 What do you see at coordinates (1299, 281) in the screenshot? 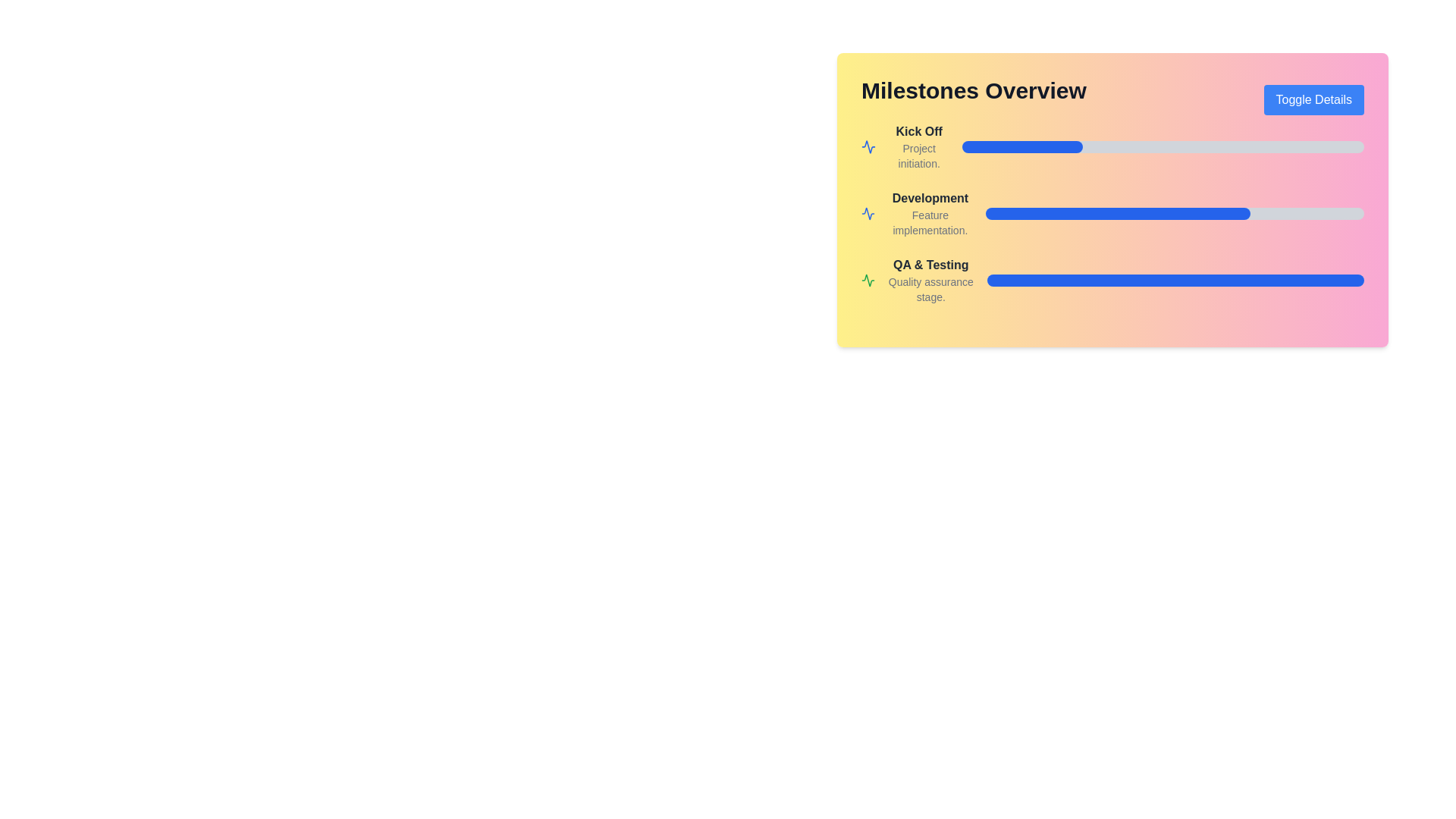
I see `the progress bar value` at bounding box center [1299, 281].